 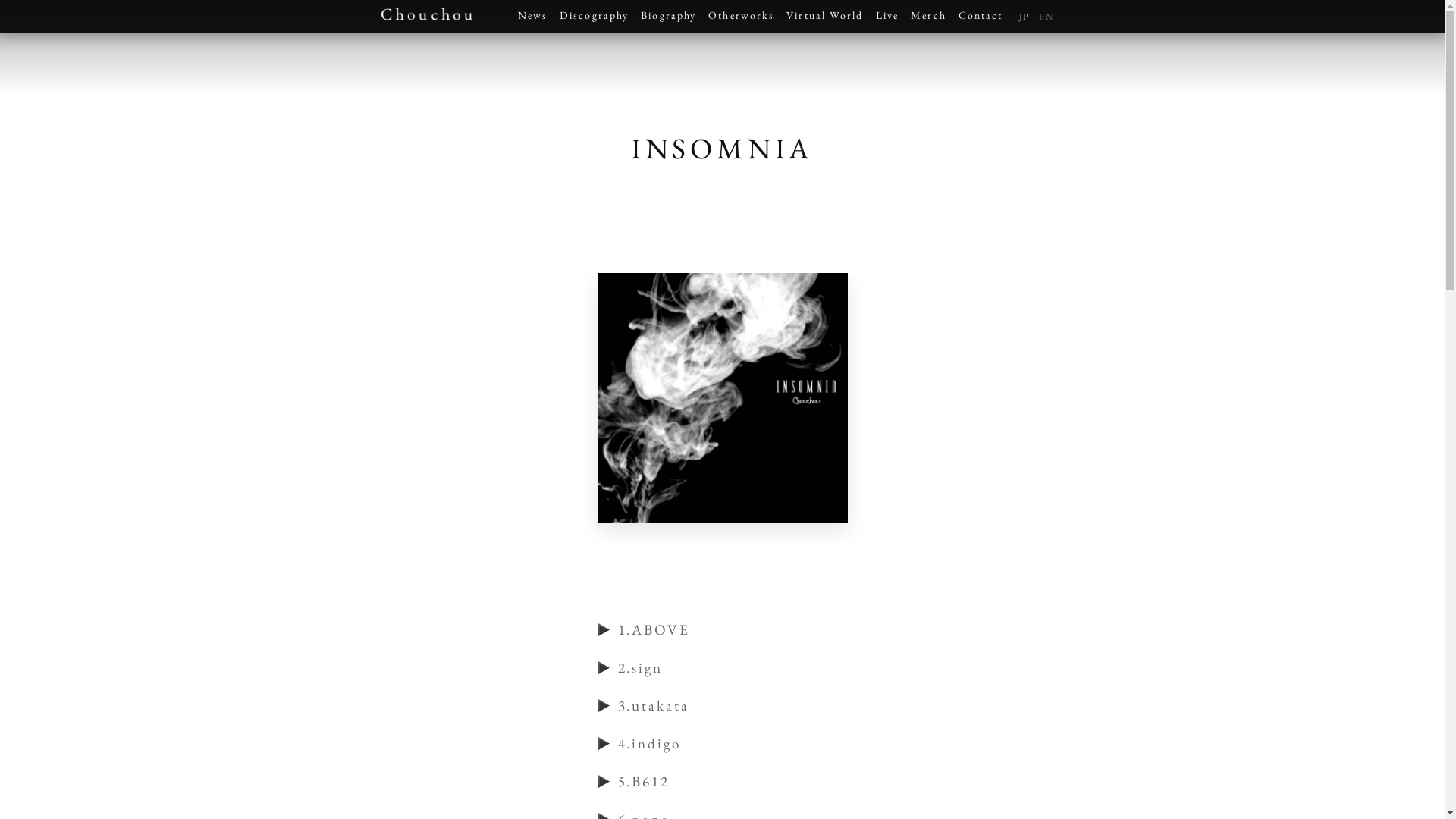 I want to click on 'Live', so click(x=887, y=16).